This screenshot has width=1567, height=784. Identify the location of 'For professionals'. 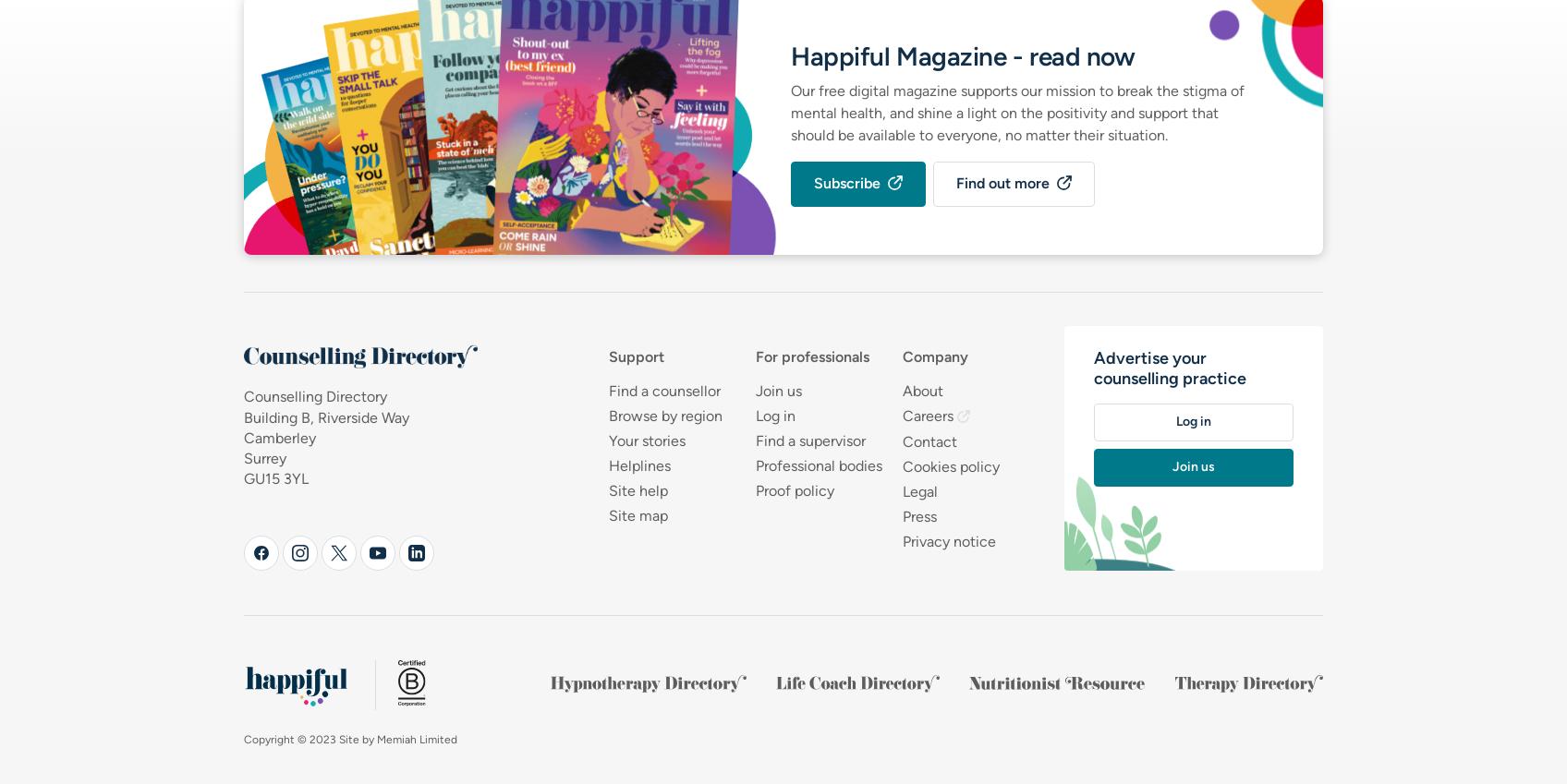
(811, 356).